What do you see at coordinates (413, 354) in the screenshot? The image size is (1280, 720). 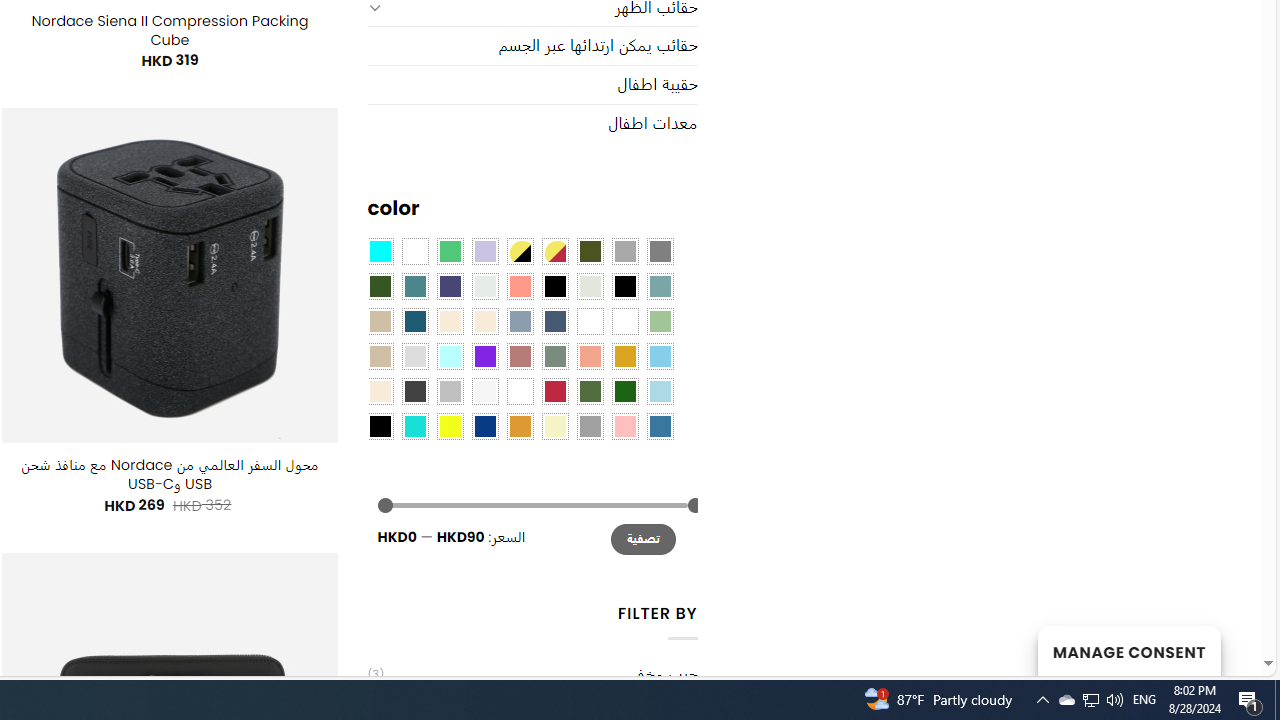 I see `'Light-Gray'` at bounding box center [413, 354].